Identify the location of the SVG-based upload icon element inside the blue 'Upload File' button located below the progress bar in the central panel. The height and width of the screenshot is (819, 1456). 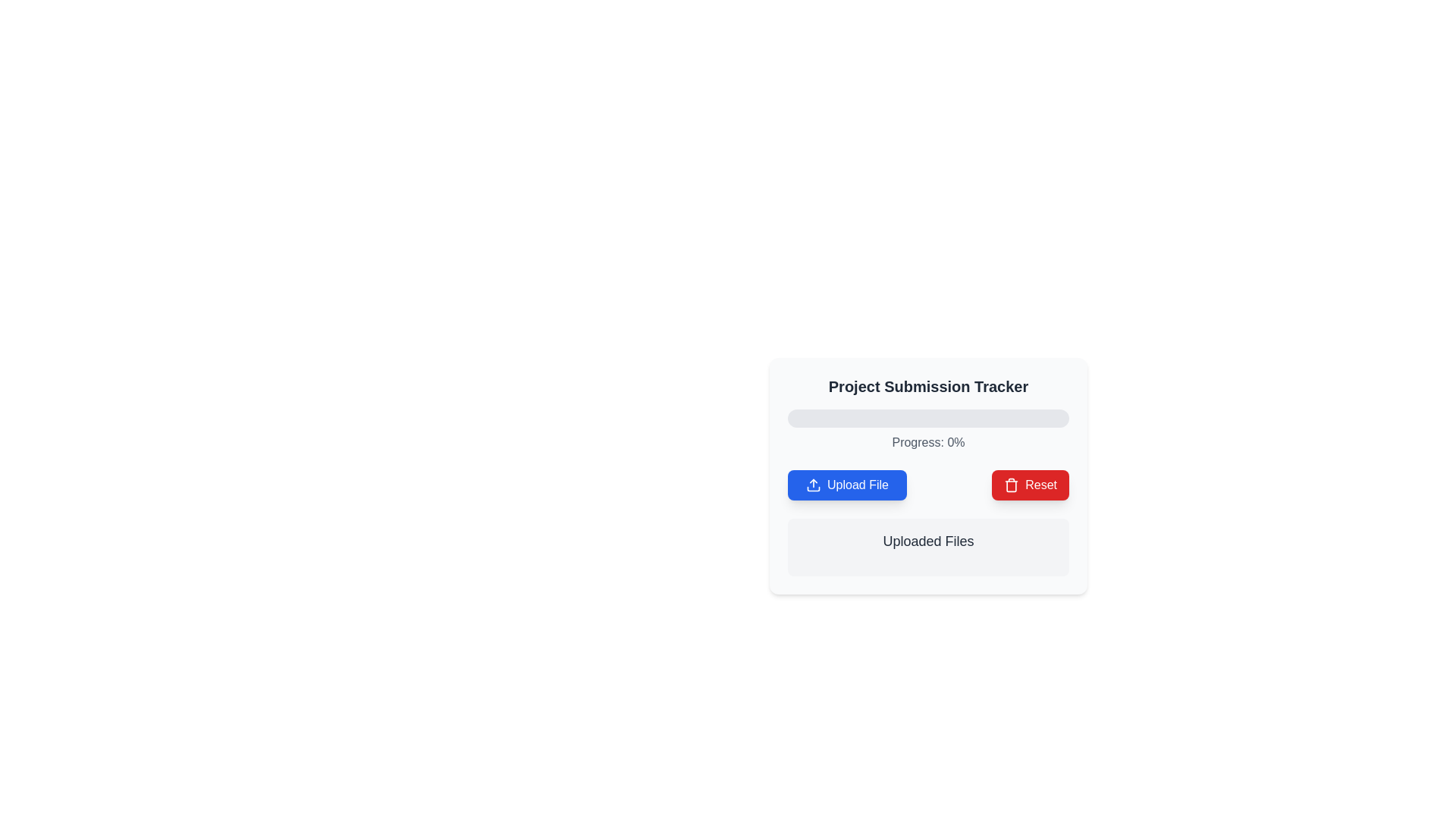
(813, 485).